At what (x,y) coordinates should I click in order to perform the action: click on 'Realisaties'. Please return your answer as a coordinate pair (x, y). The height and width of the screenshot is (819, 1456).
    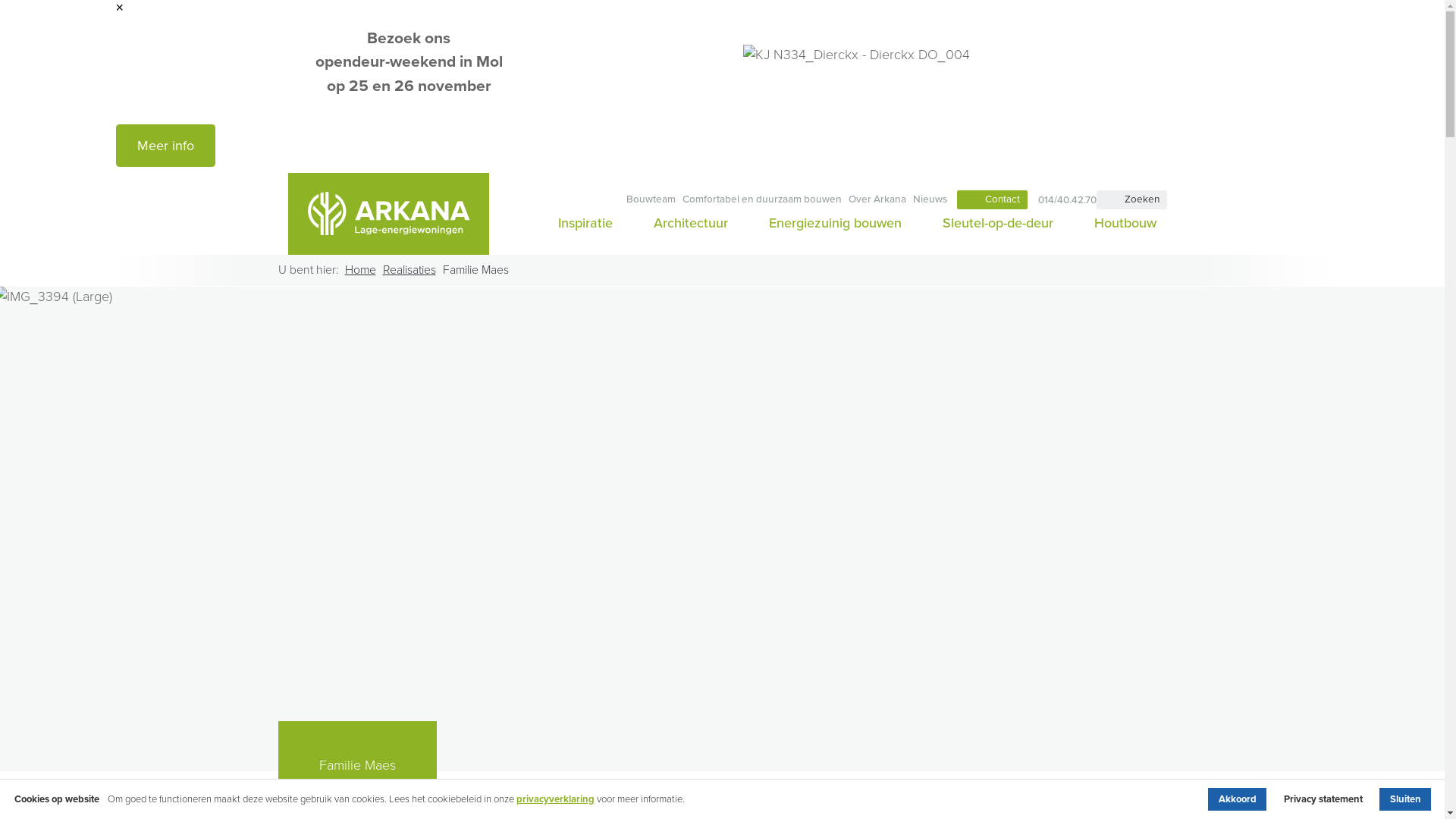
    Looking at the image, I should click on (408, 270).